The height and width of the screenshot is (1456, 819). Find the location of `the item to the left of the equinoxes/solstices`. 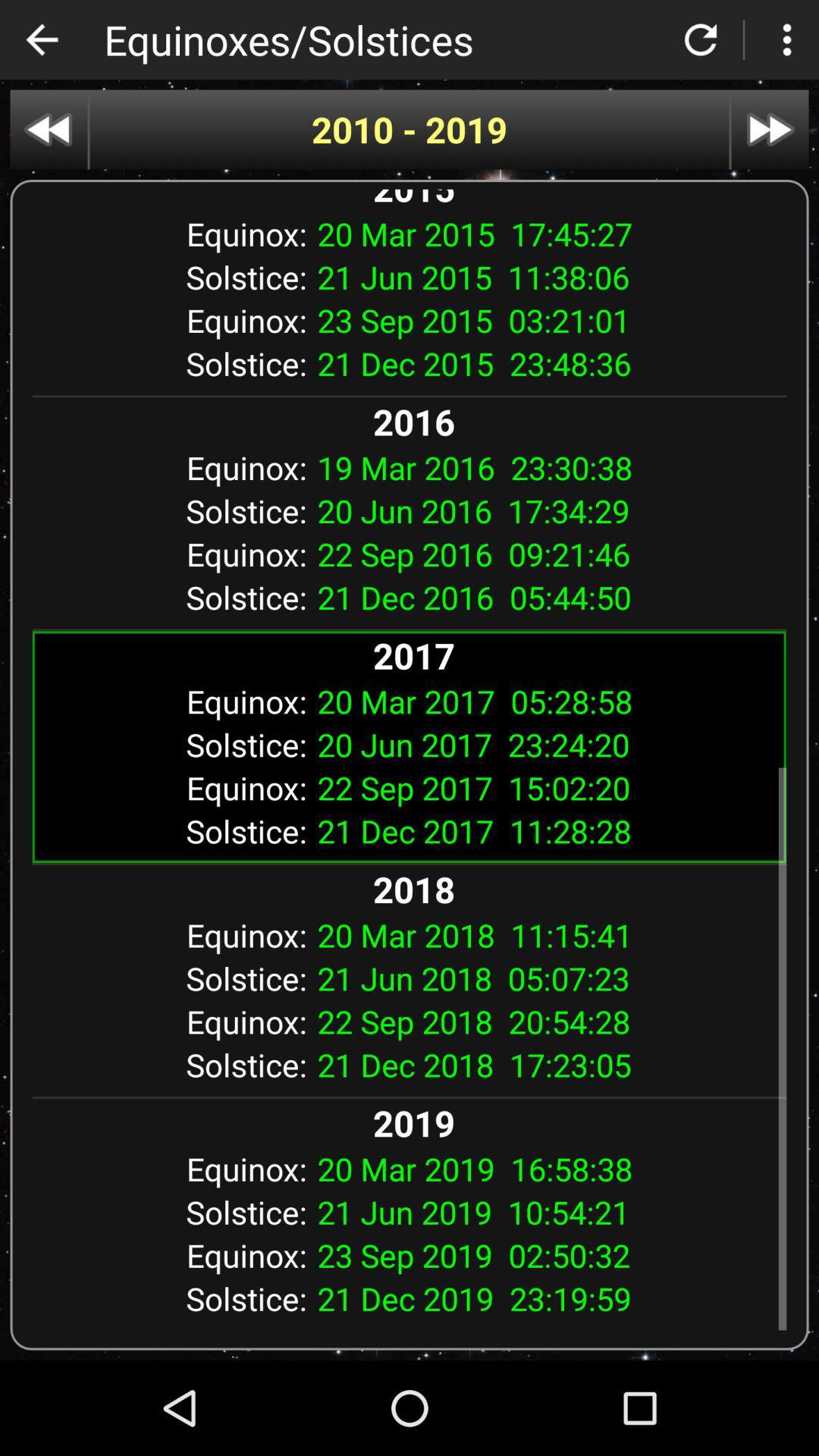

the item to the left of the equinoxes/solstices is located at coordinates (41, 39).